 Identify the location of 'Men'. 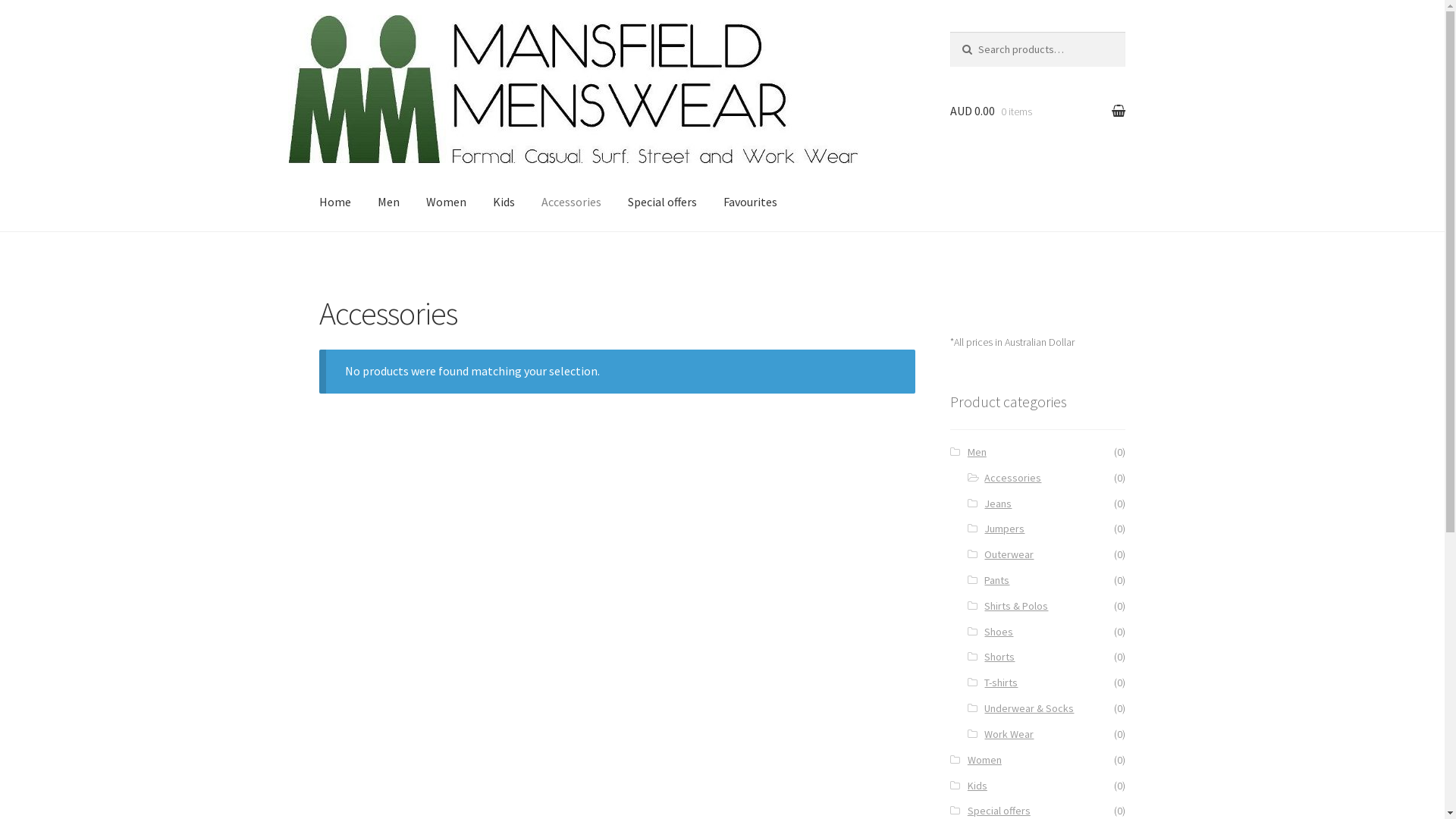
(977, 451).